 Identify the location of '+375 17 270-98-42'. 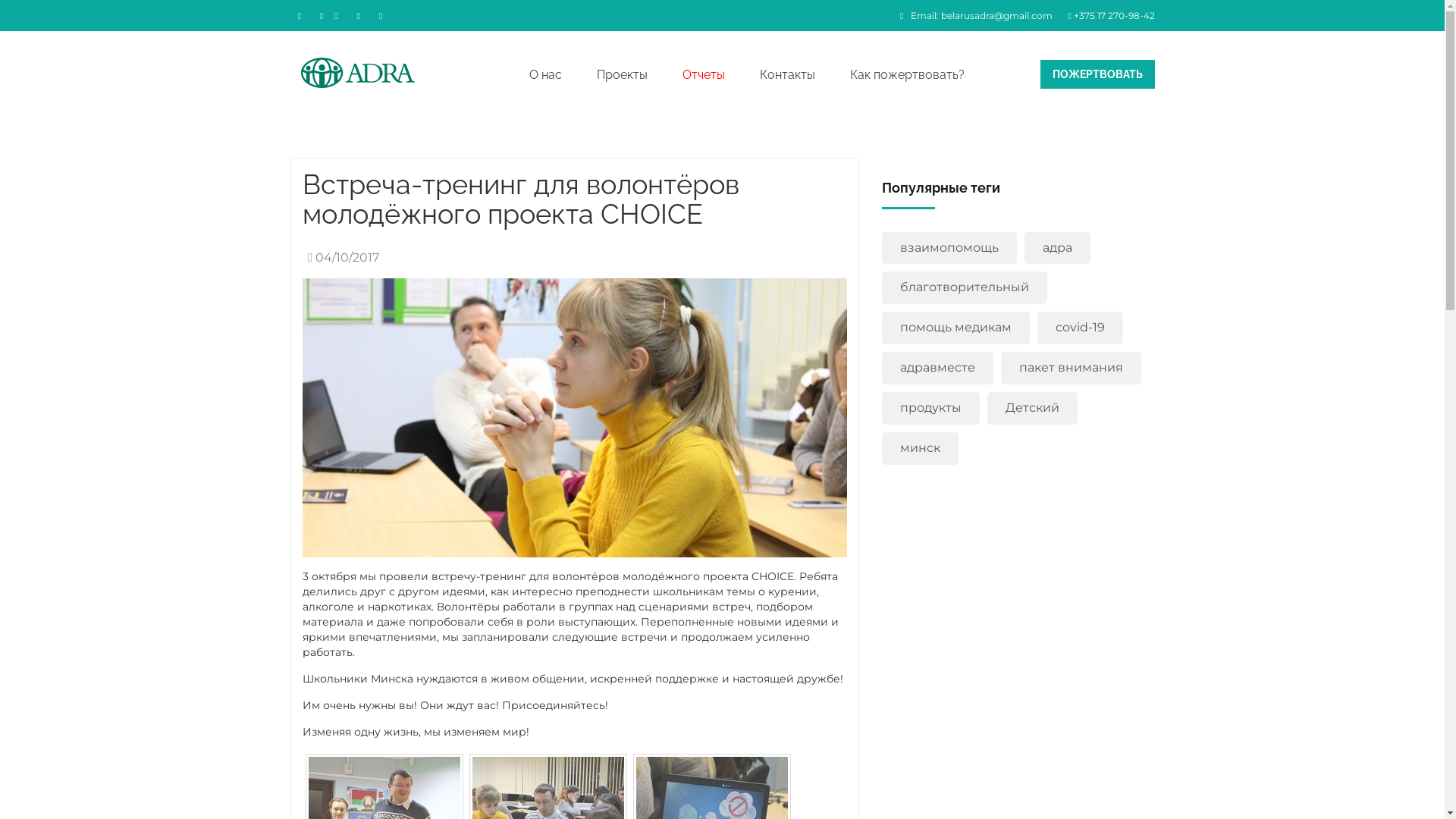
(1106, 15).